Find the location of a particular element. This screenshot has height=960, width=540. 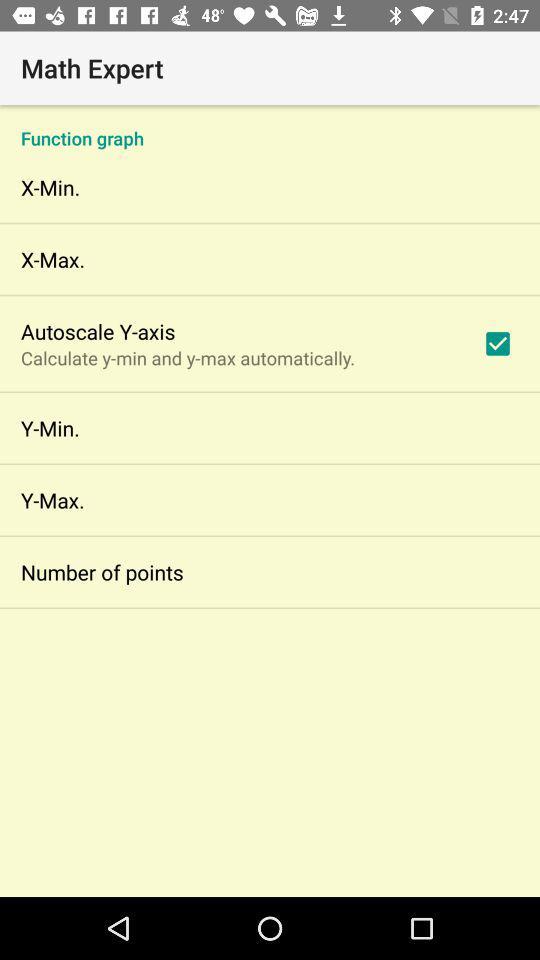

icon below the math expert icon is located at coordinates (270, 126).